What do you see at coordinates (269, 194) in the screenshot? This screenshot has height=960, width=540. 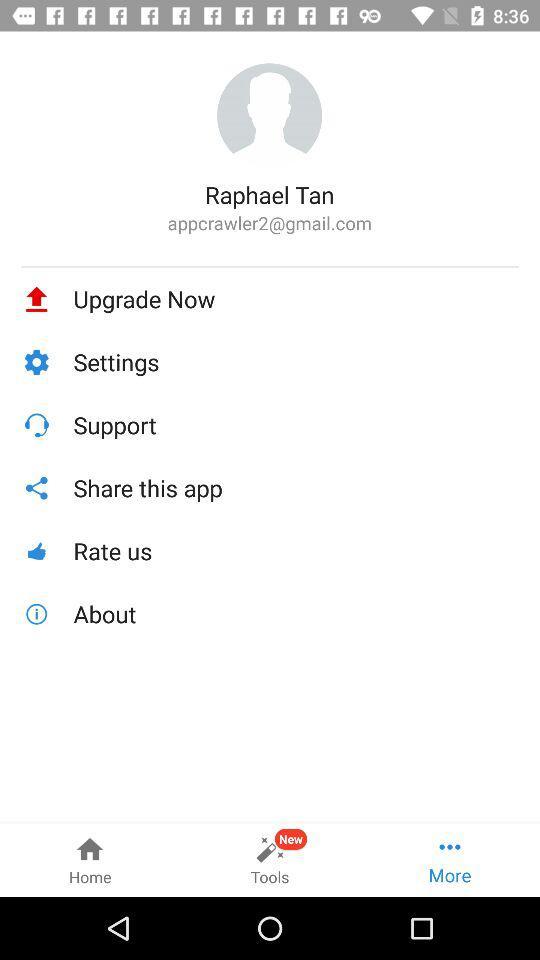 I see `raphael tan icon` at bounding box center [269, 194].